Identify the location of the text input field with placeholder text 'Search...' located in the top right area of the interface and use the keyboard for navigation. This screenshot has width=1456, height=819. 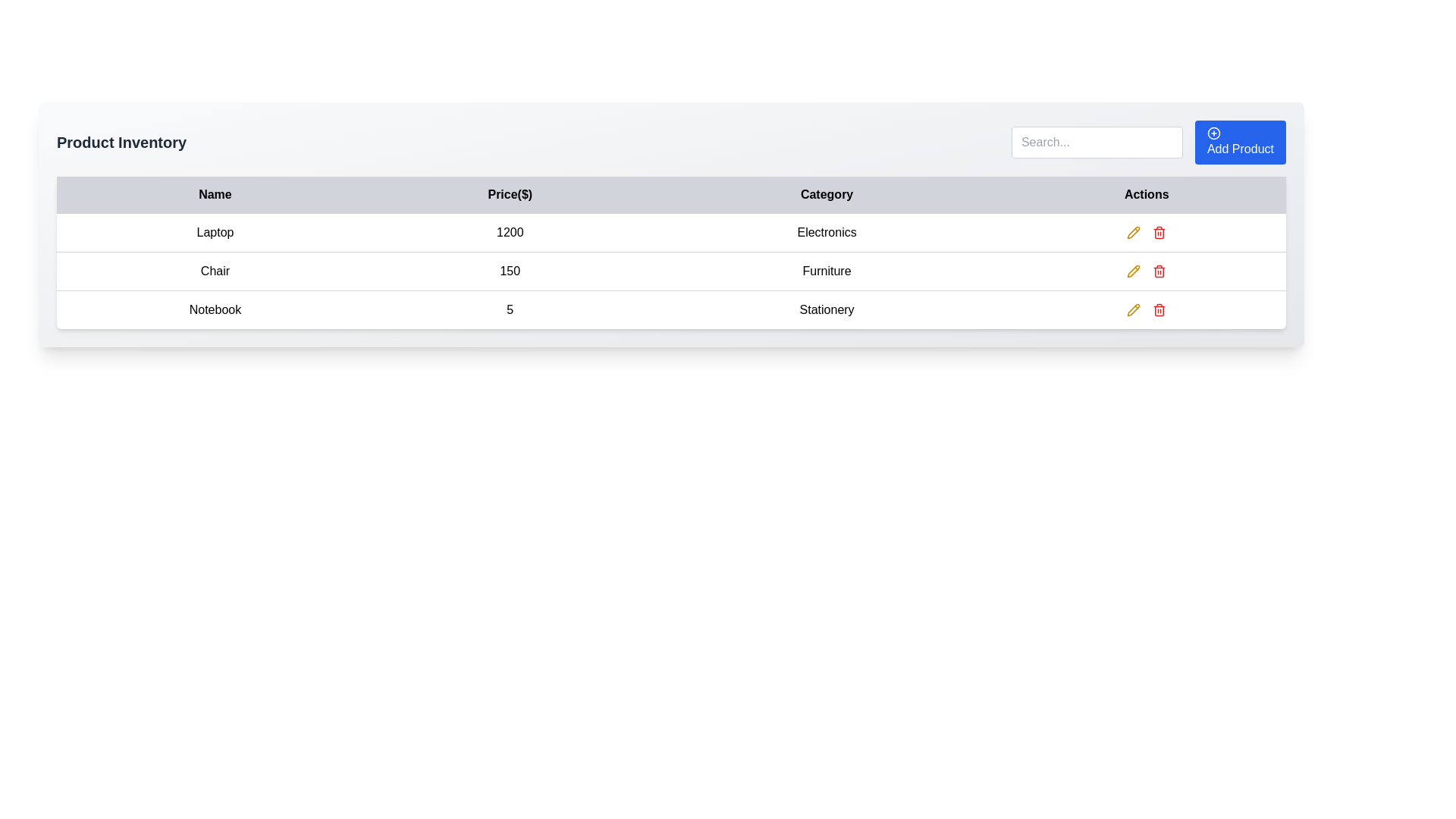
(1097, 143).